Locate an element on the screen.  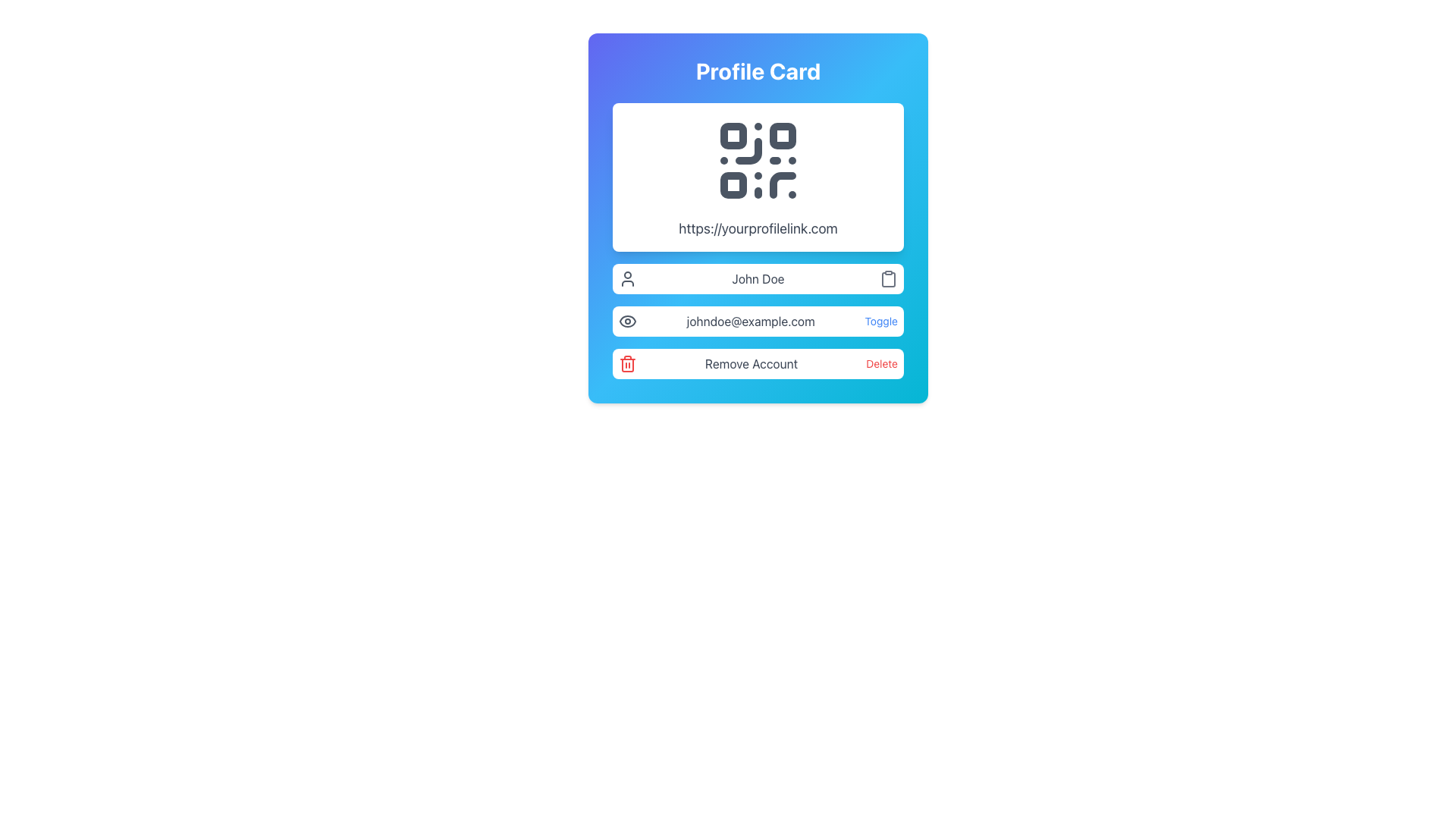
the top-left square of the QR code, which is a small, square-shaped block with rounded corners, distinctly separated from other sections is located at coordinates (733, 135).